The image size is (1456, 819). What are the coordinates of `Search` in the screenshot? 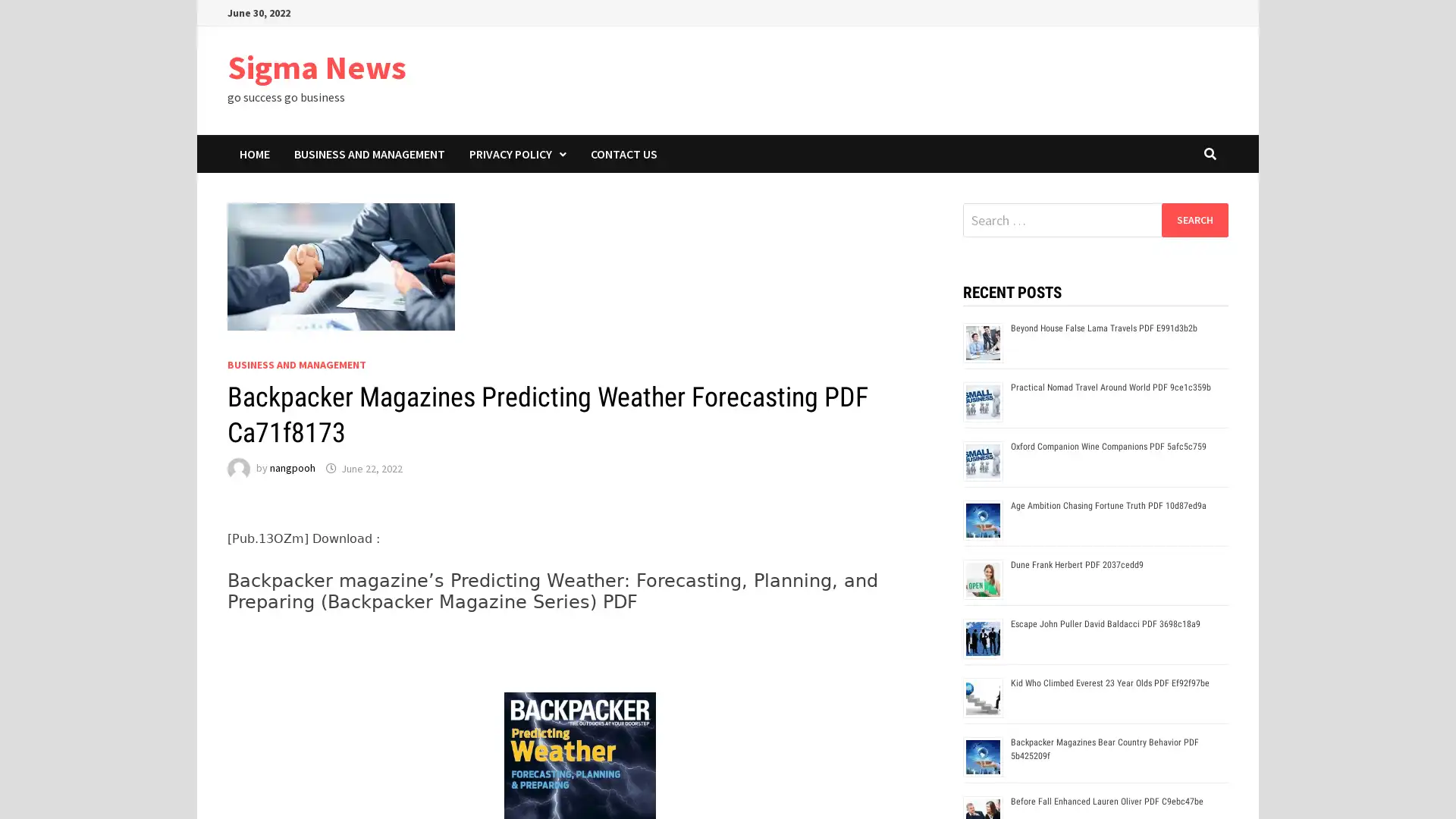 It's located at (1194, 219).